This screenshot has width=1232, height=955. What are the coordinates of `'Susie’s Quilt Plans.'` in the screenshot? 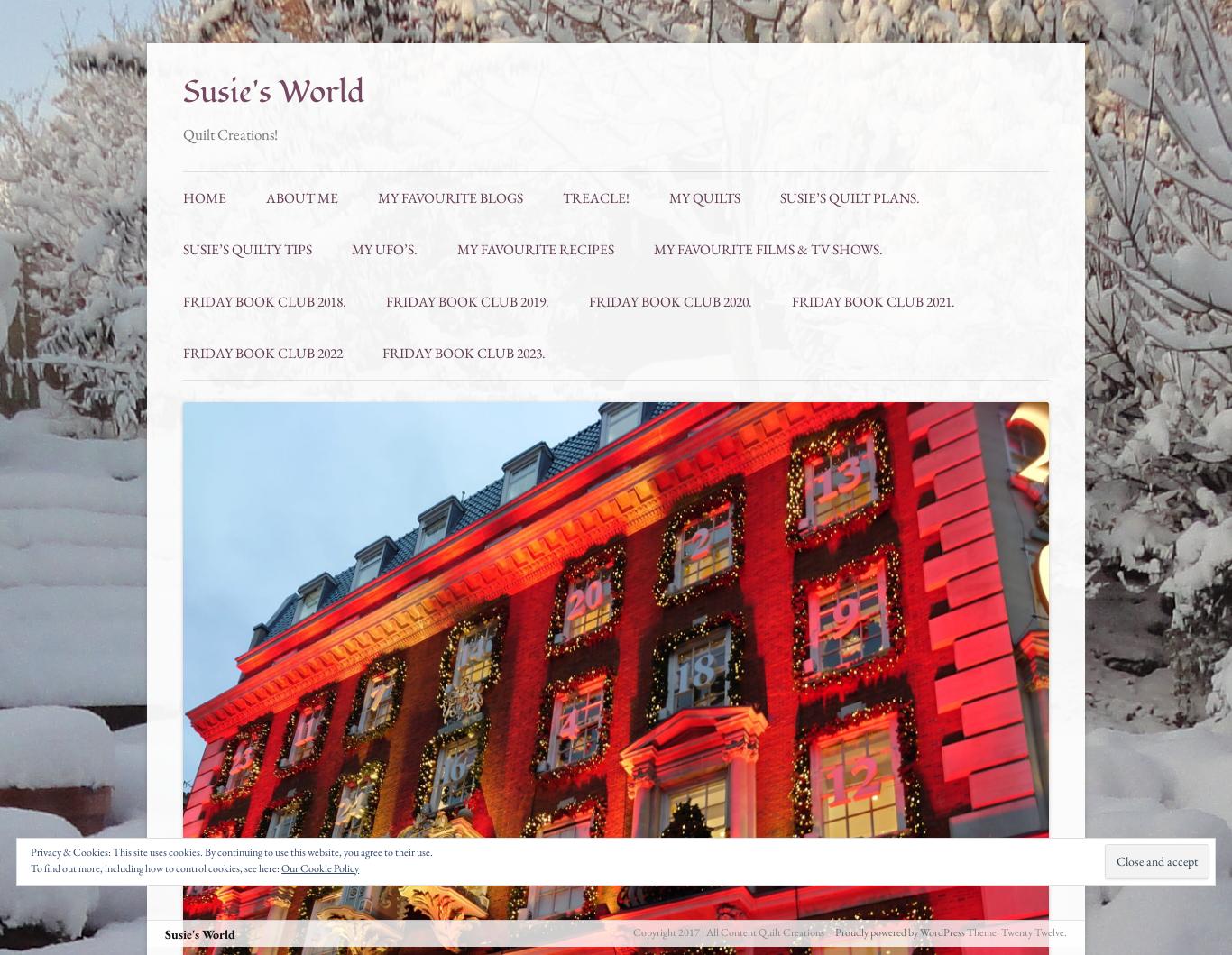 It's located at (778, 197).